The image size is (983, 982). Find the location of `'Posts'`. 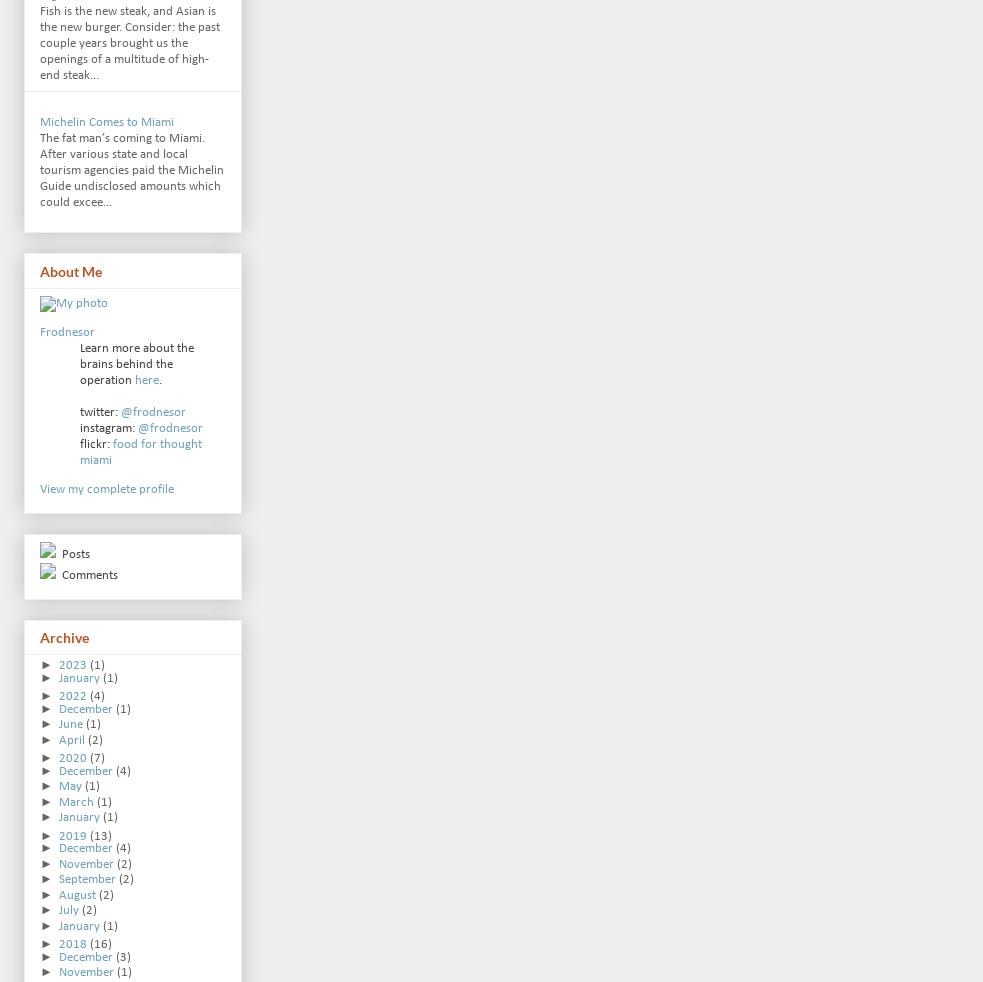

'Posts' is located at coordinates (73, 552).